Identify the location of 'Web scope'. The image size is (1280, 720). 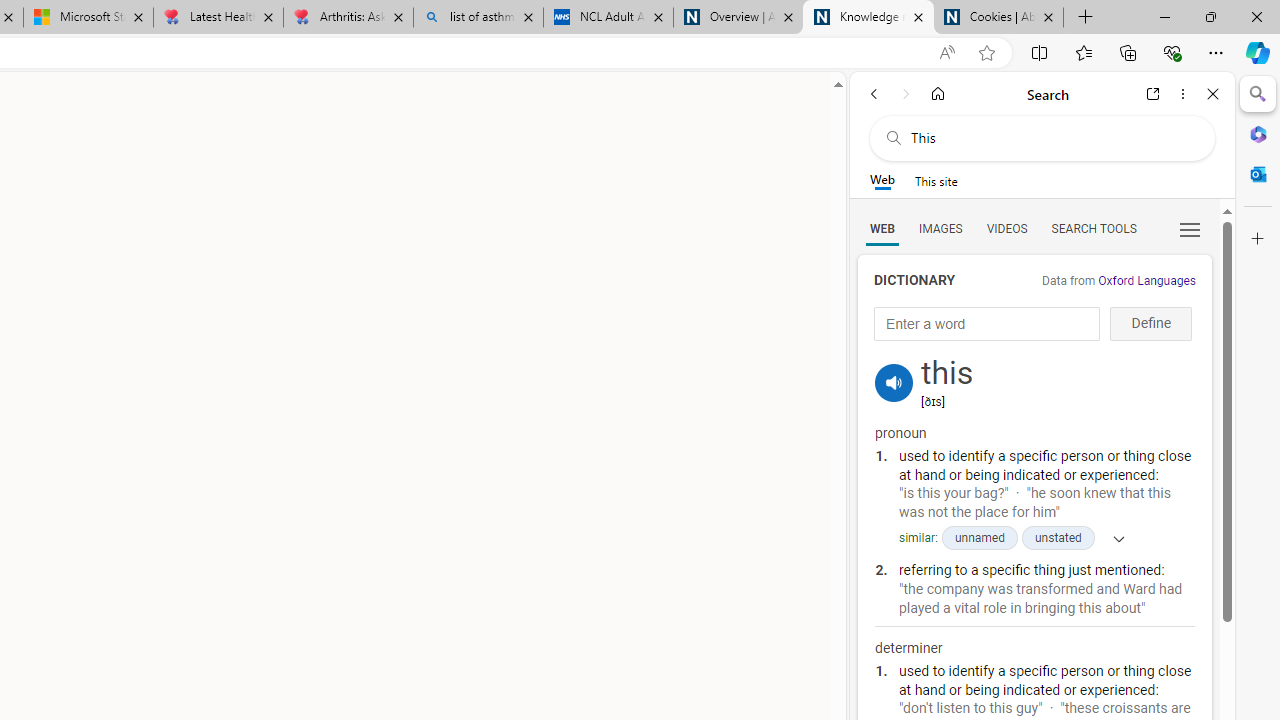
(881, 180).